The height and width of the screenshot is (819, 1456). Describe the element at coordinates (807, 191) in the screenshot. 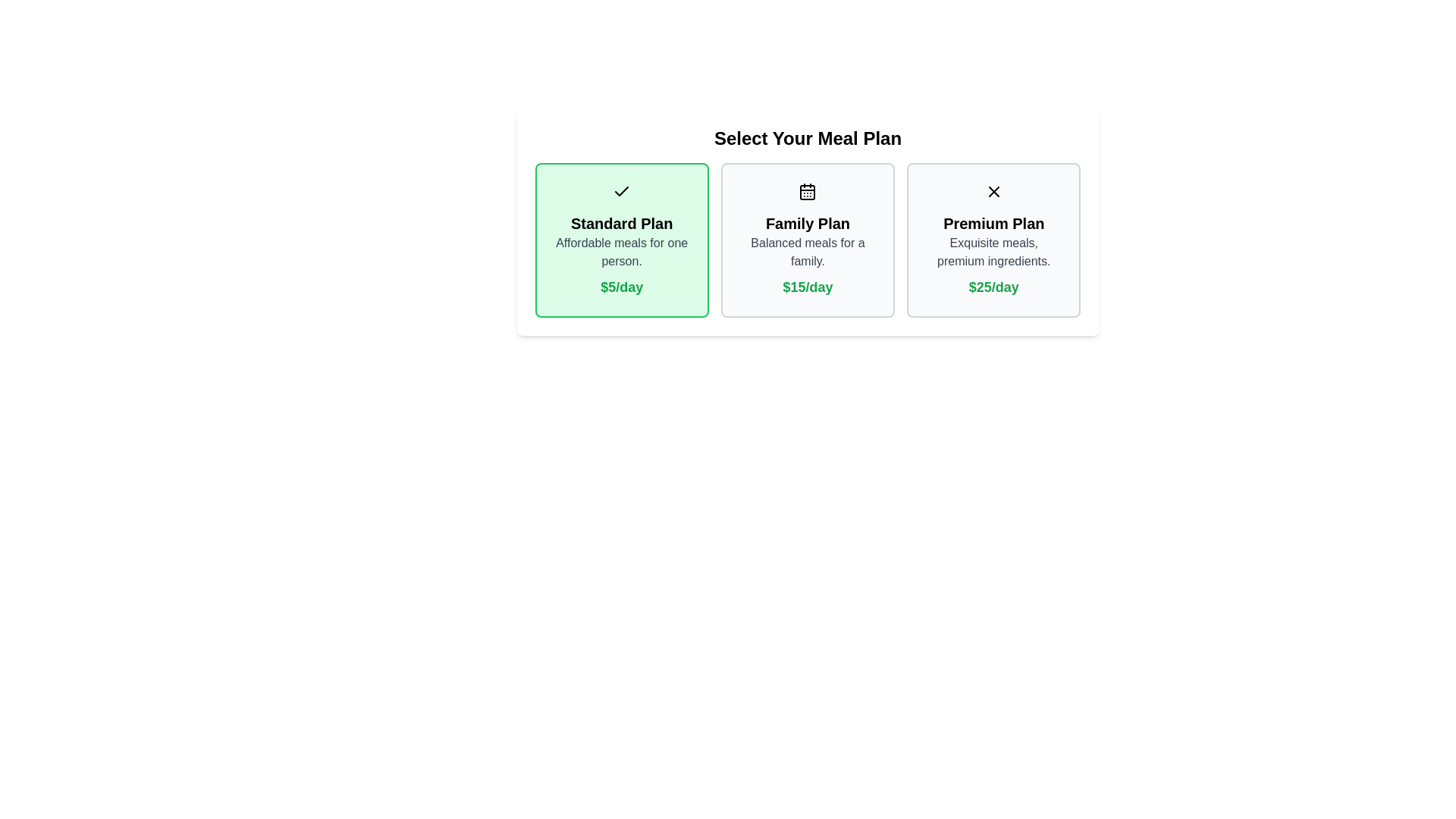

I see `the scheduling icon located at the top center of the 'Family Plan' card, which symbolizes the scheduling or dates aspect of the offering` at that location.